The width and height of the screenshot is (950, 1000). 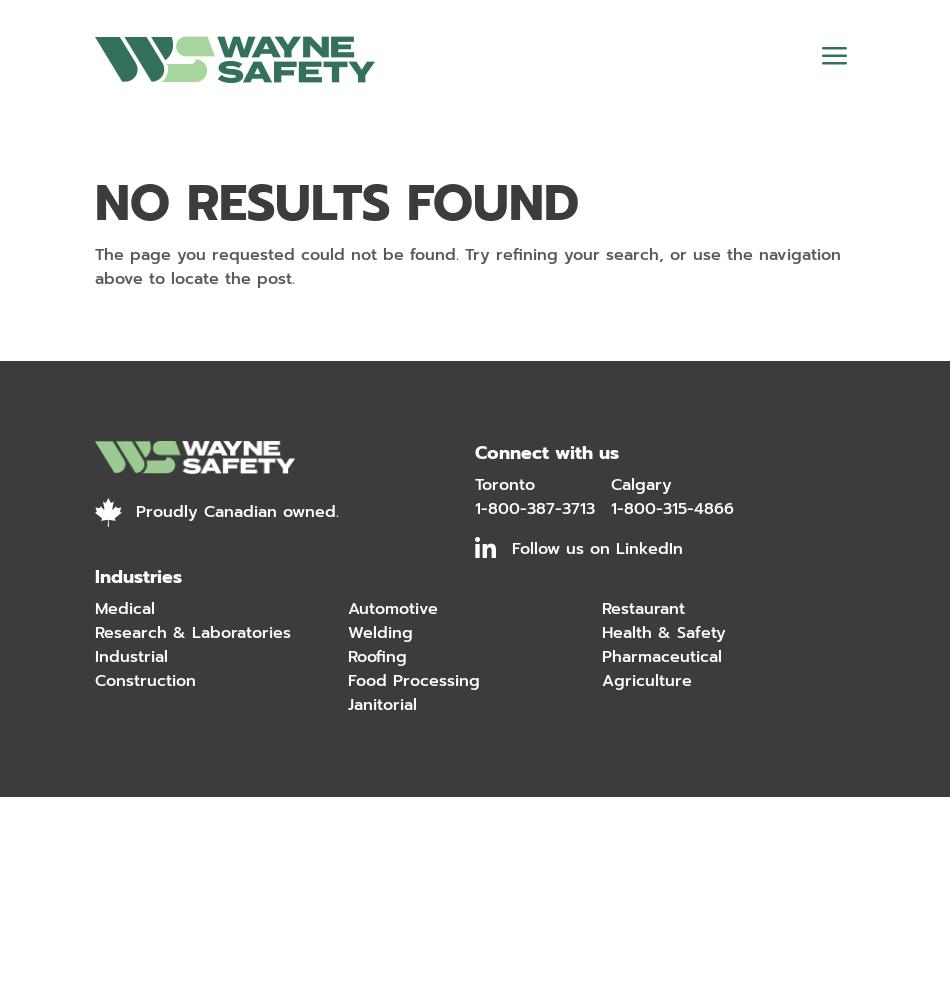 What do you see at coordinates (125, 608) in the screenshot?
I see `'Medical'` at bounding box center [125, 608].